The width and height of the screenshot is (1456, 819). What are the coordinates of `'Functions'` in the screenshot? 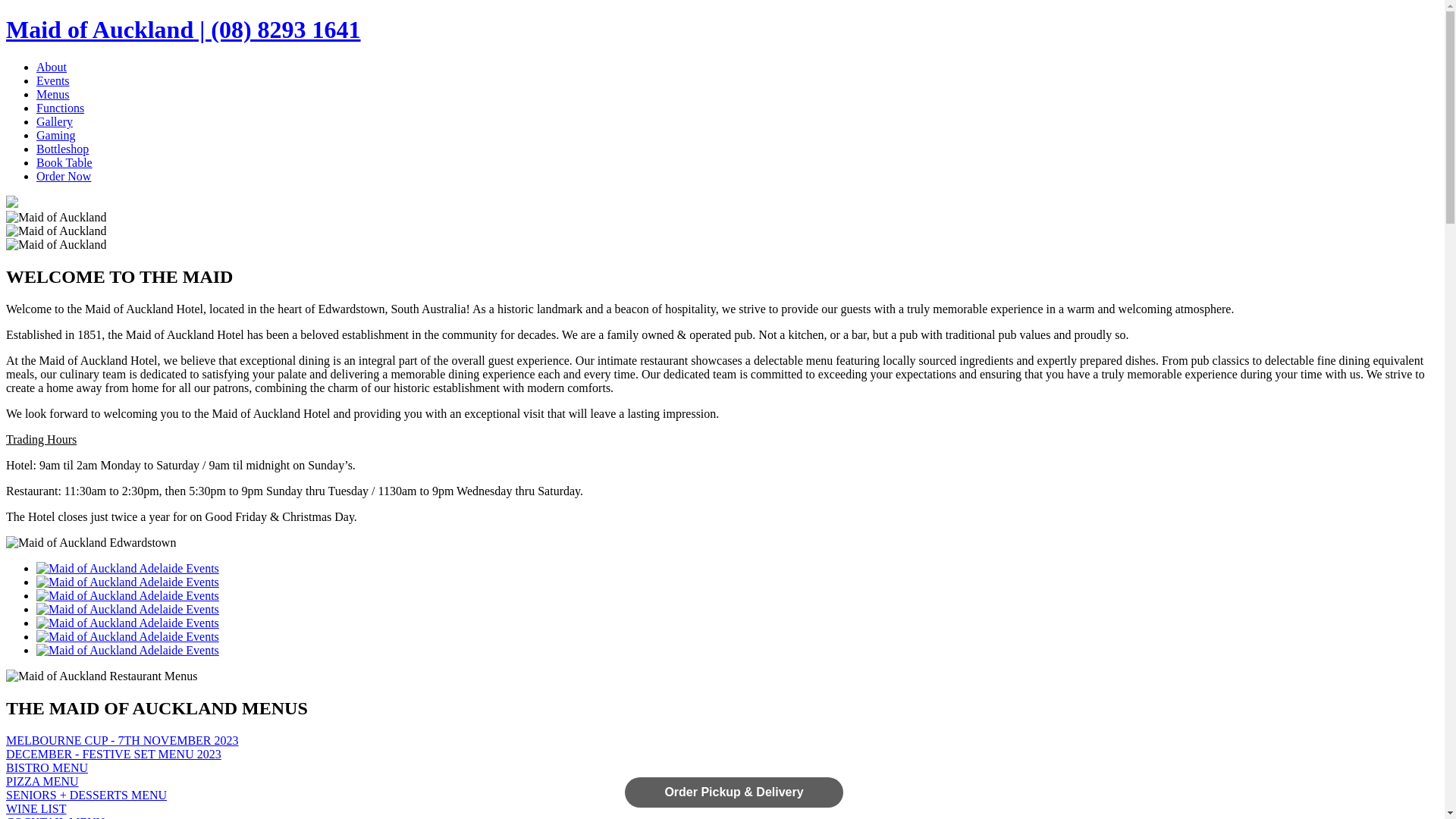 It's located at (60, 107).